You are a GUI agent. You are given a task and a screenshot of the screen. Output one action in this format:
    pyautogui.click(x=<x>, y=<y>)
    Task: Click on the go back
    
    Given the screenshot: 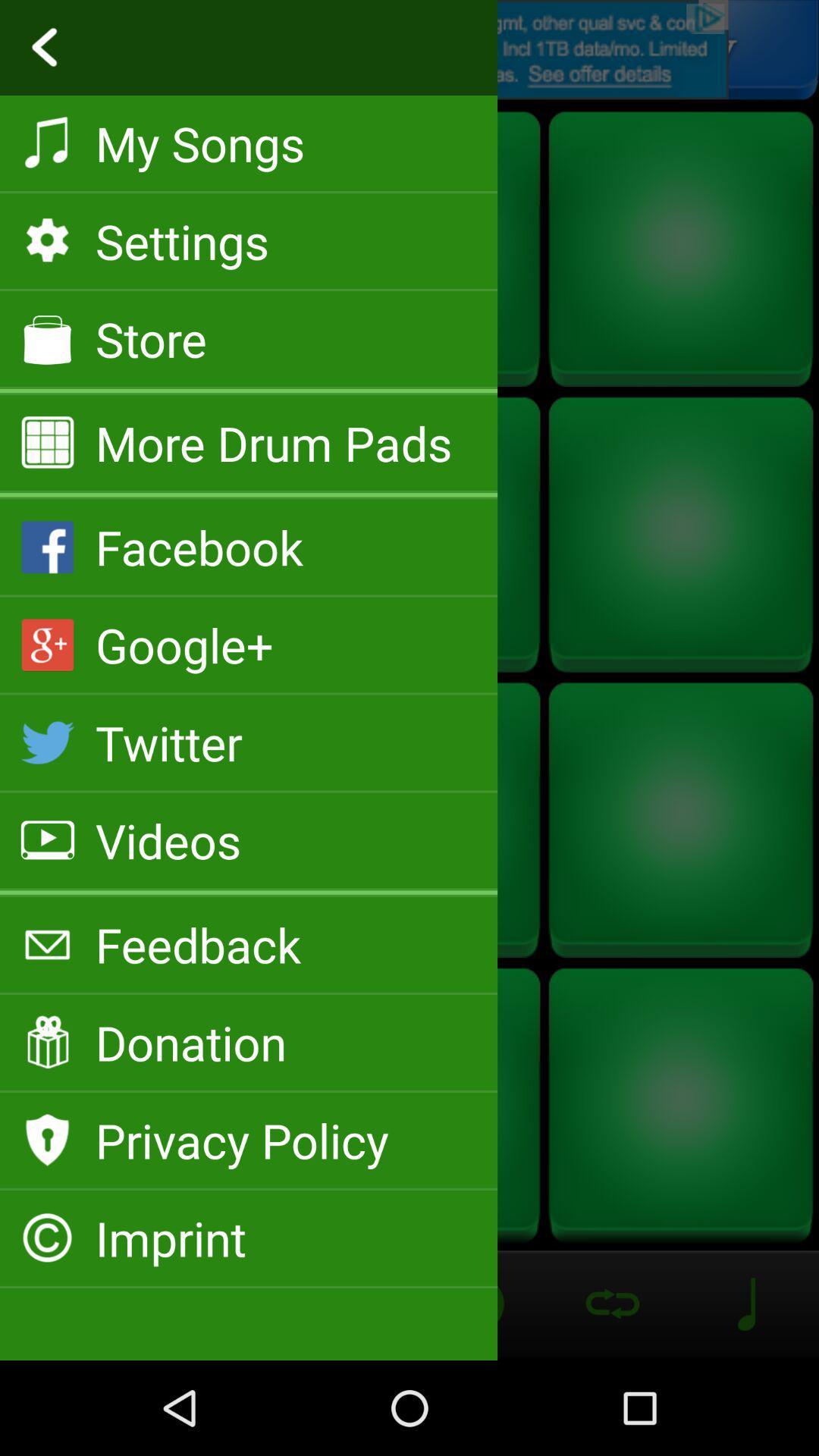 What is the action you would take?
    pyautogui.click(x=409, y=49)
    